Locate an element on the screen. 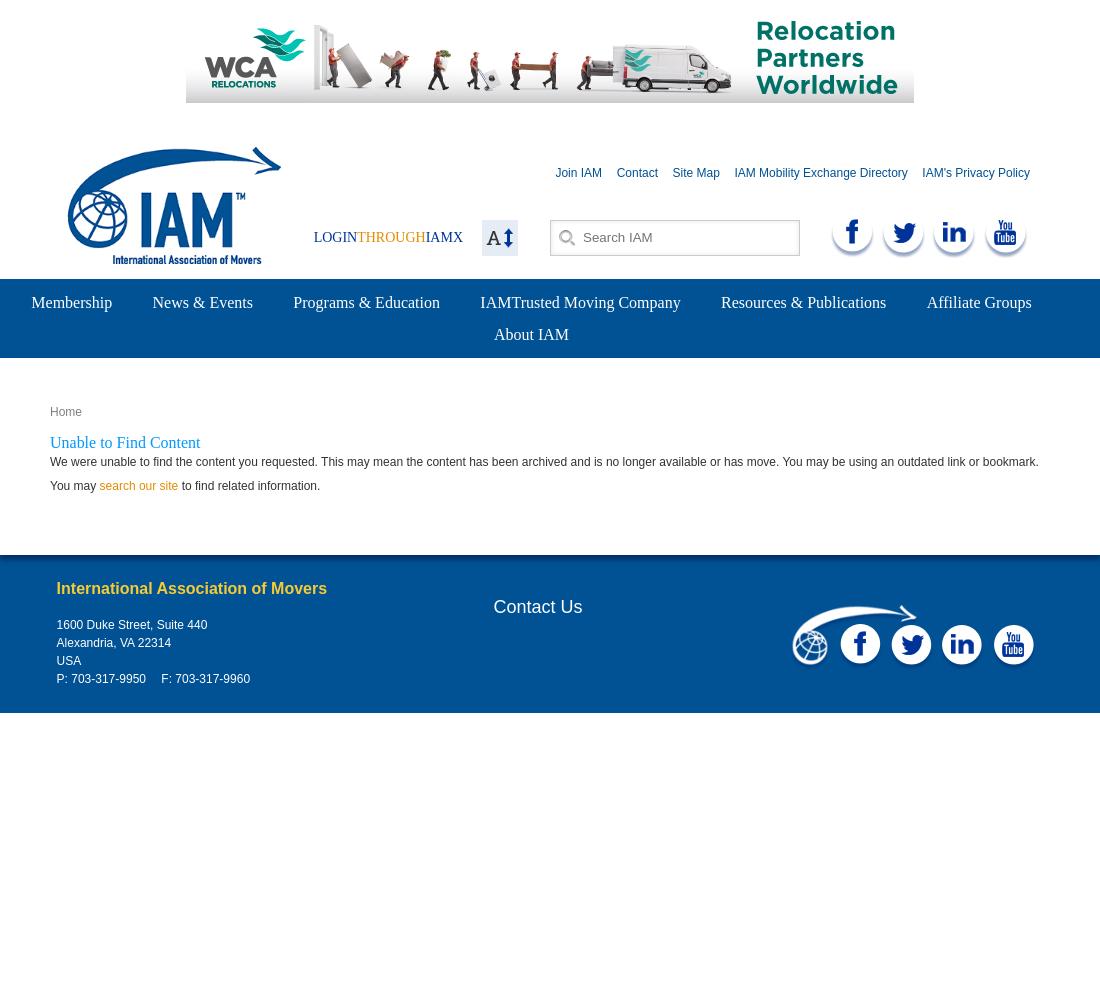 This screenshot has height=1000, width=1100. 'Alexandria, VA  22314' is located at coordinates (113, 643).